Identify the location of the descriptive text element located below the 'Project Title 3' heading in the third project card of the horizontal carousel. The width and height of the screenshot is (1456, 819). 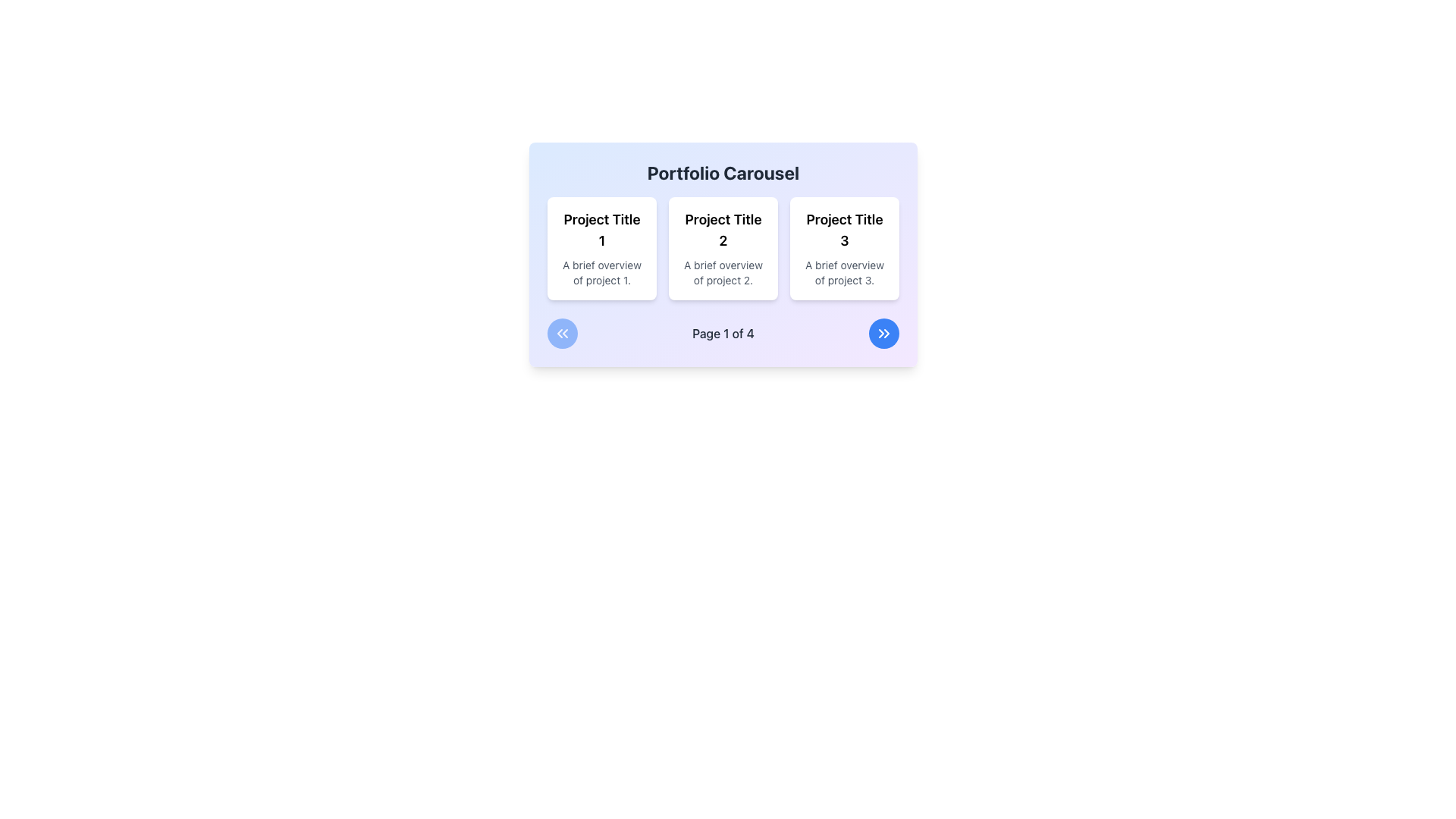
(843, 271).